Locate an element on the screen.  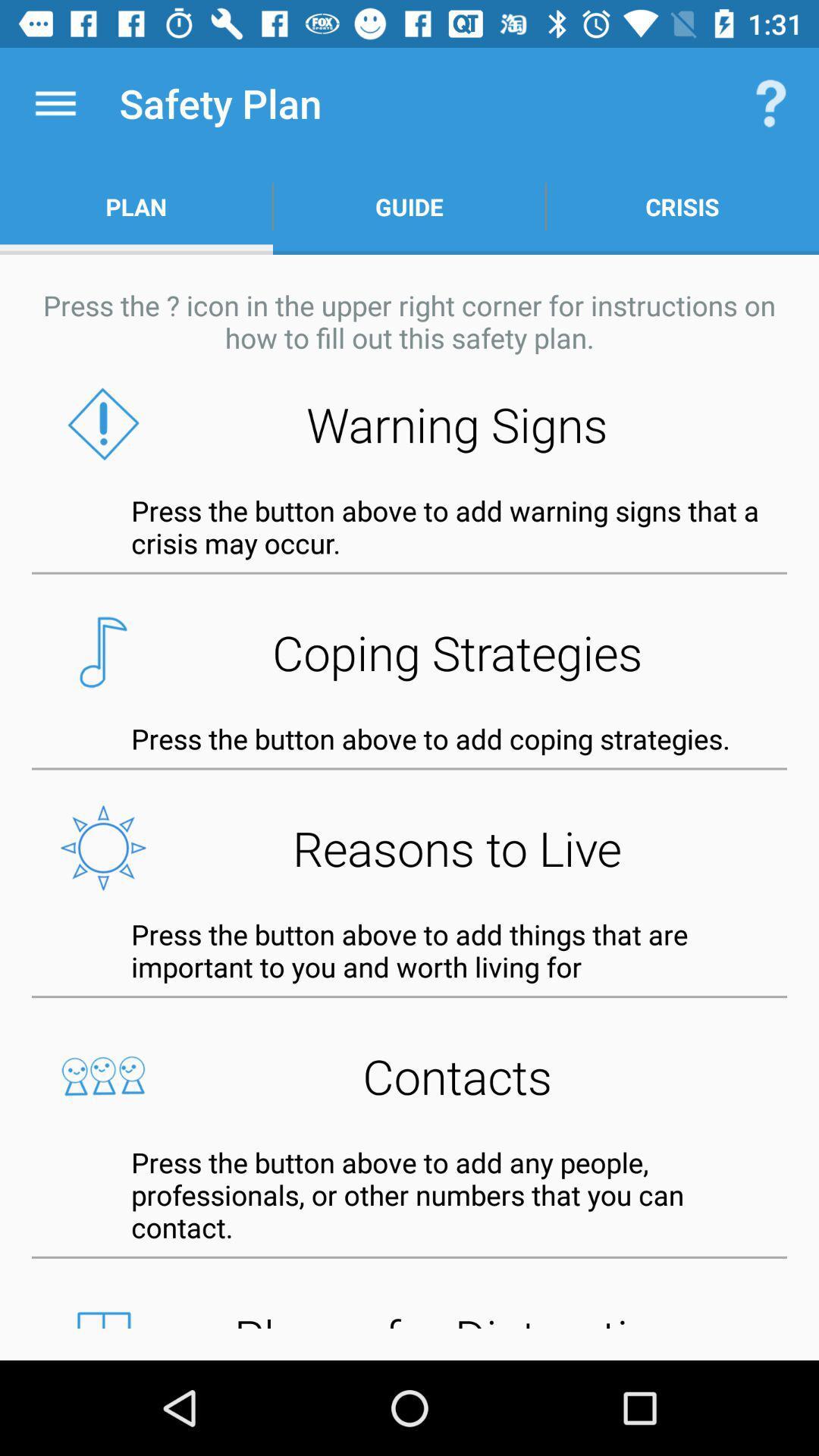
guide is located at coordinates (409, 206).